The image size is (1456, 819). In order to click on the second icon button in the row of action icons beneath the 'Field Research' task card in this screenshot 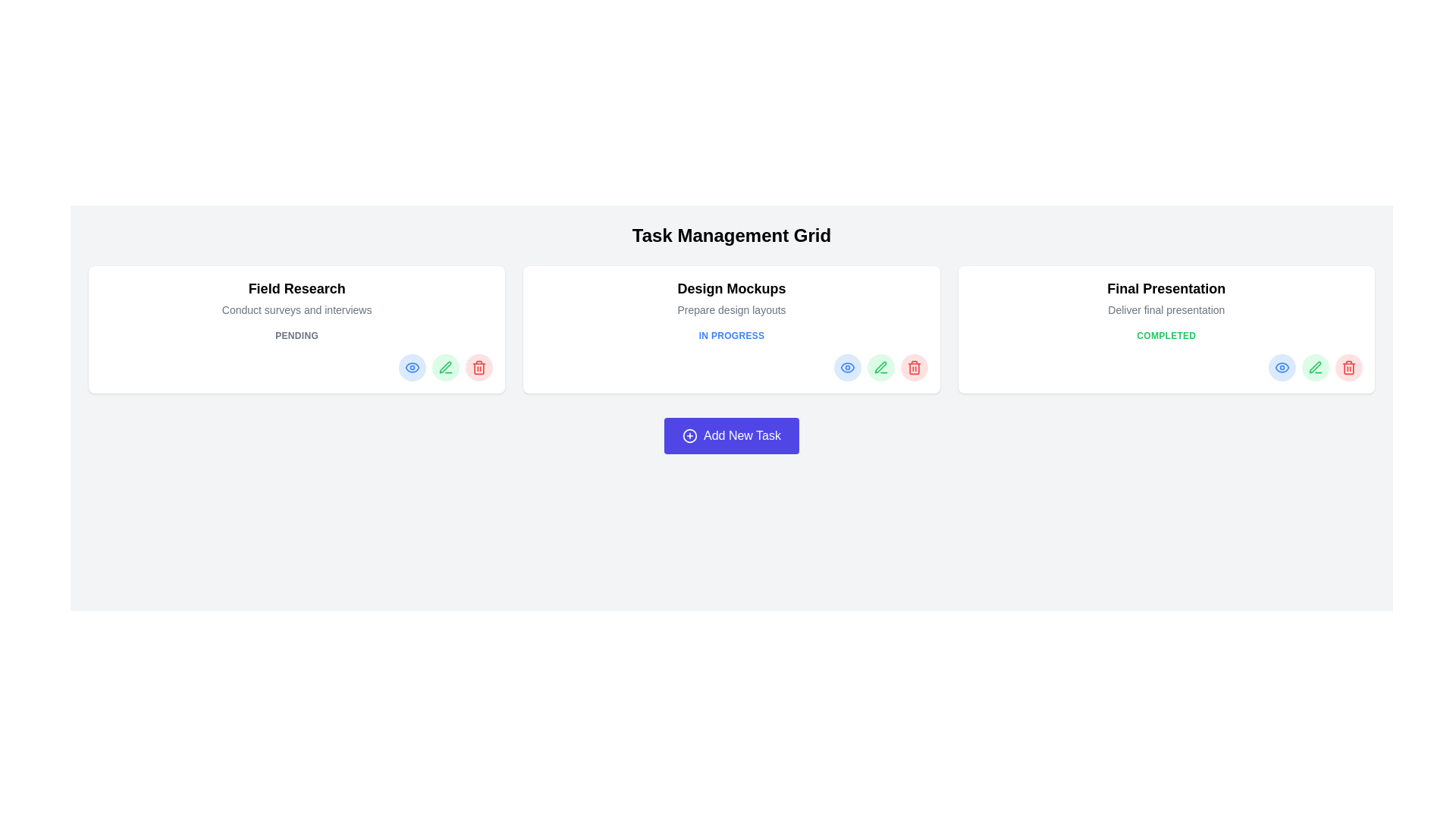, I will do `click(444, 367)`.